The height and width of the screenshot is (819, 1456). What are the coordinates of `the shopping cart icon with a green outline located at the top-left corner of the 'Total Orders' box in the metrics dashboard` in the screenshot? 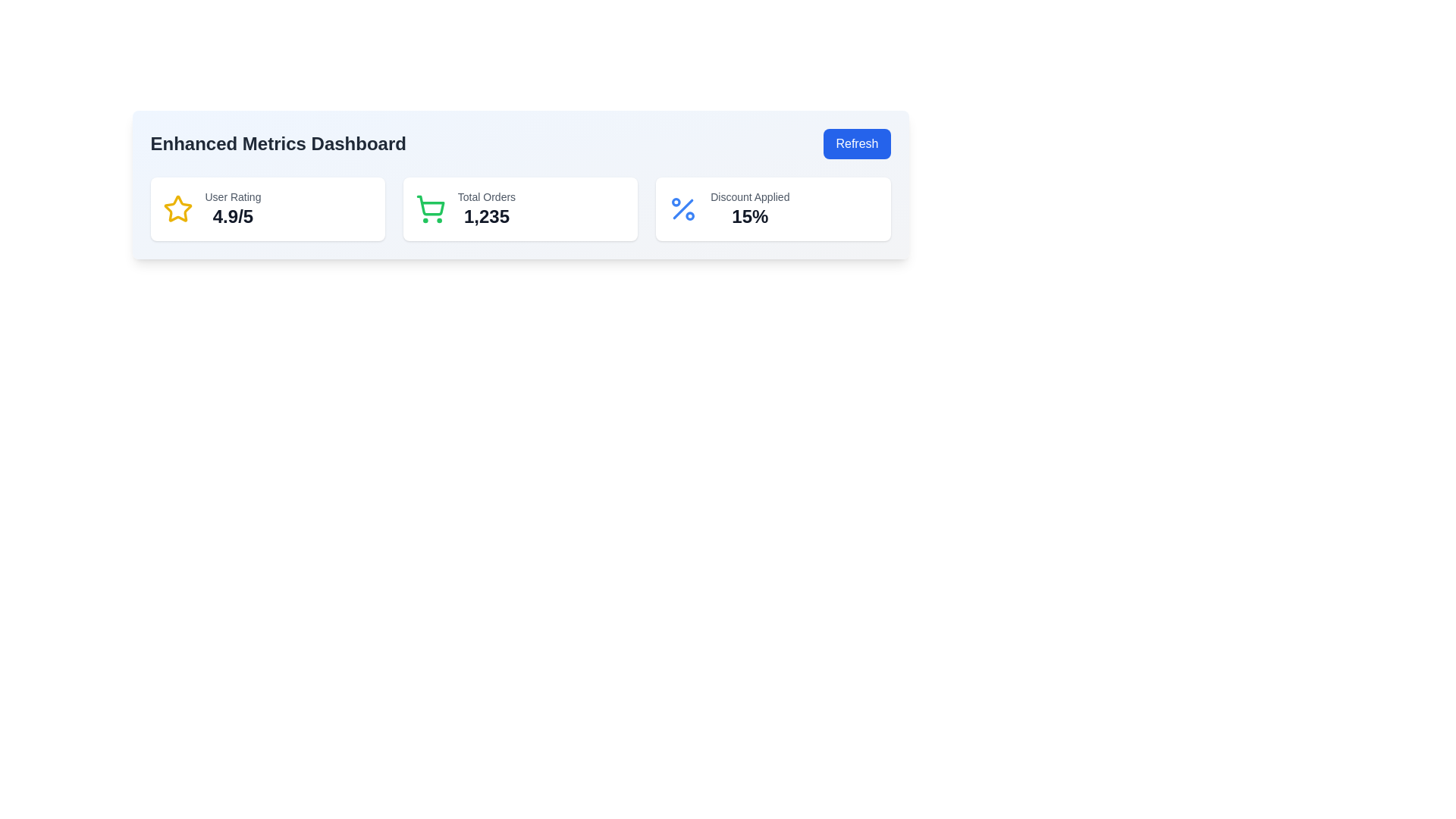 It's located at (429, 209).